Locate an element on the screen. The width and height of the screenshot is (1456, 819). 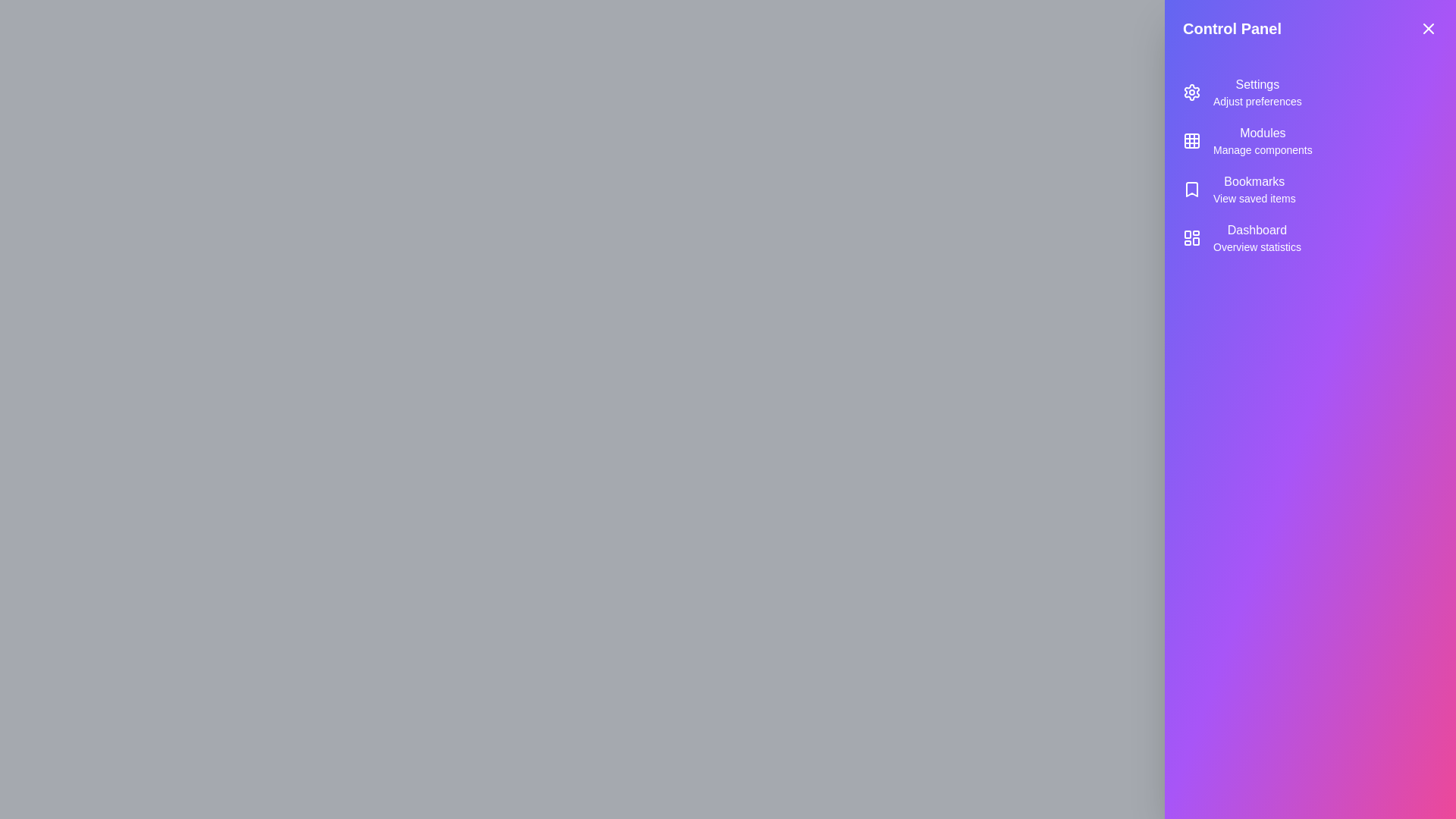
the 'Settings' text label located in the right-side 'Control Panel' panel is located at coordinates (1257, 93).